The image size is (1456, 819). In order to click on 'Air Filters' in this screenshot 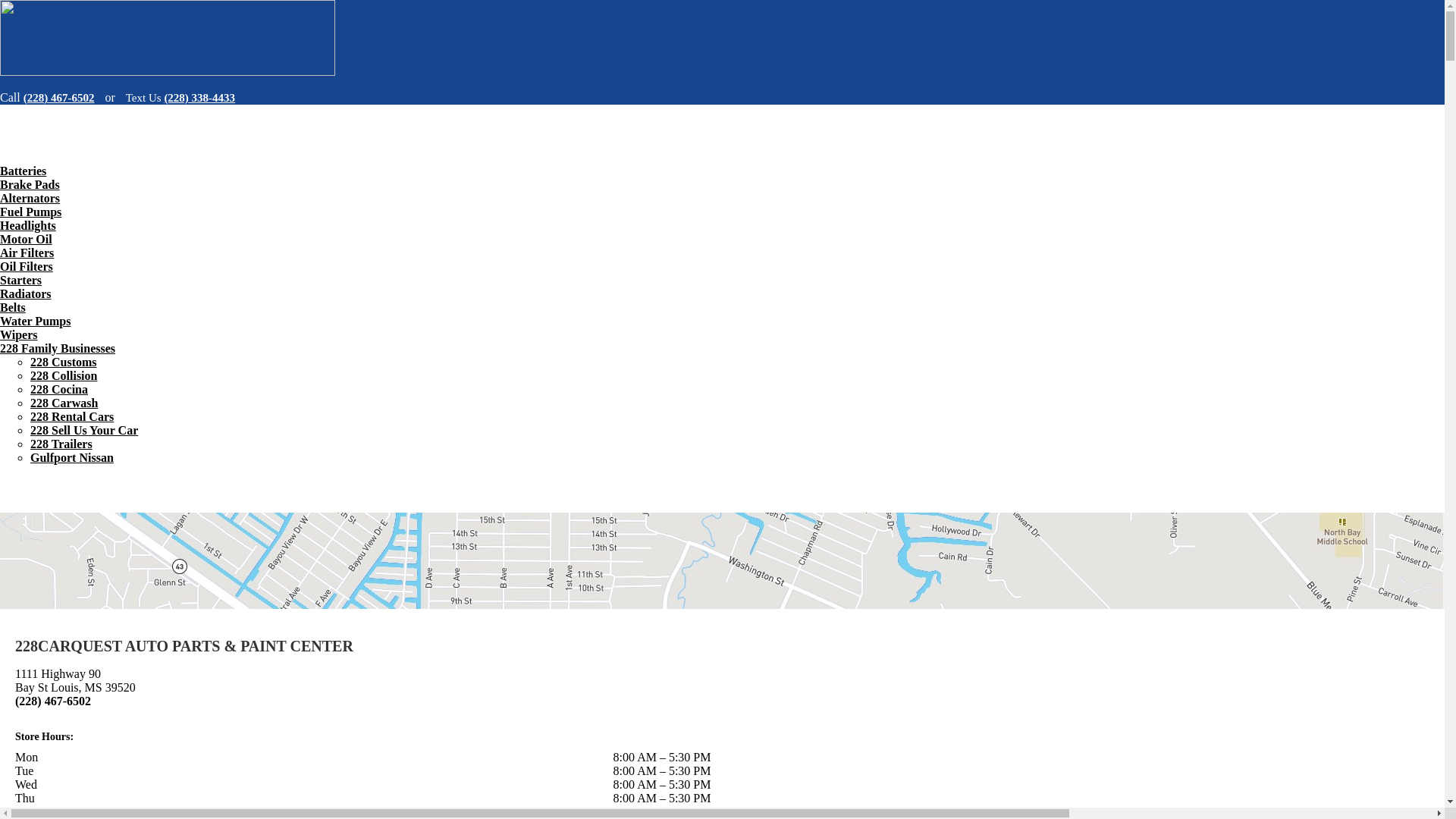, I will do `click(0, 252)`.